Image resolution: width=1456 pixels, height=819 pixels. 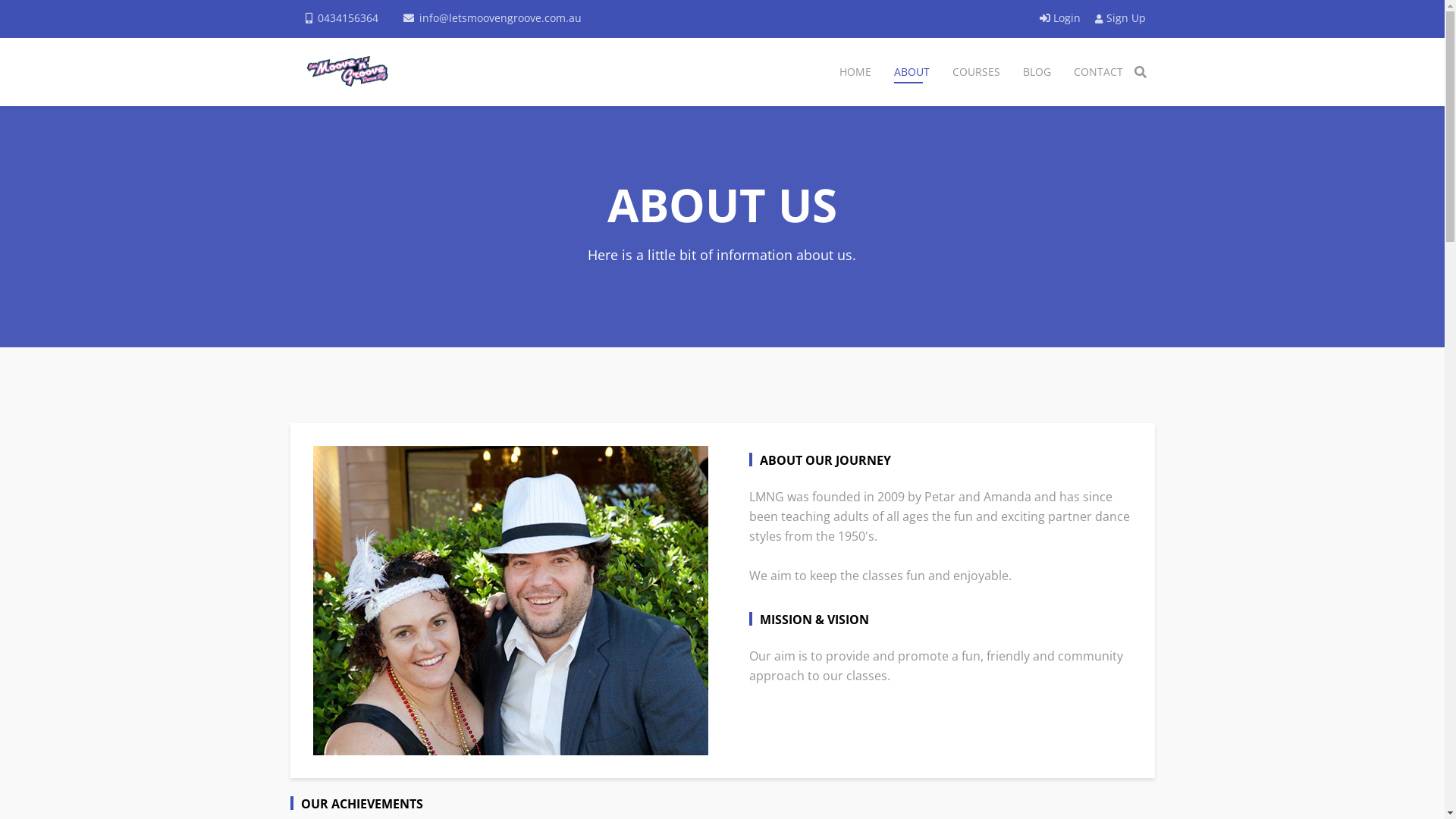 I want to click on 'ABOUT', so click(x=911, y=72).